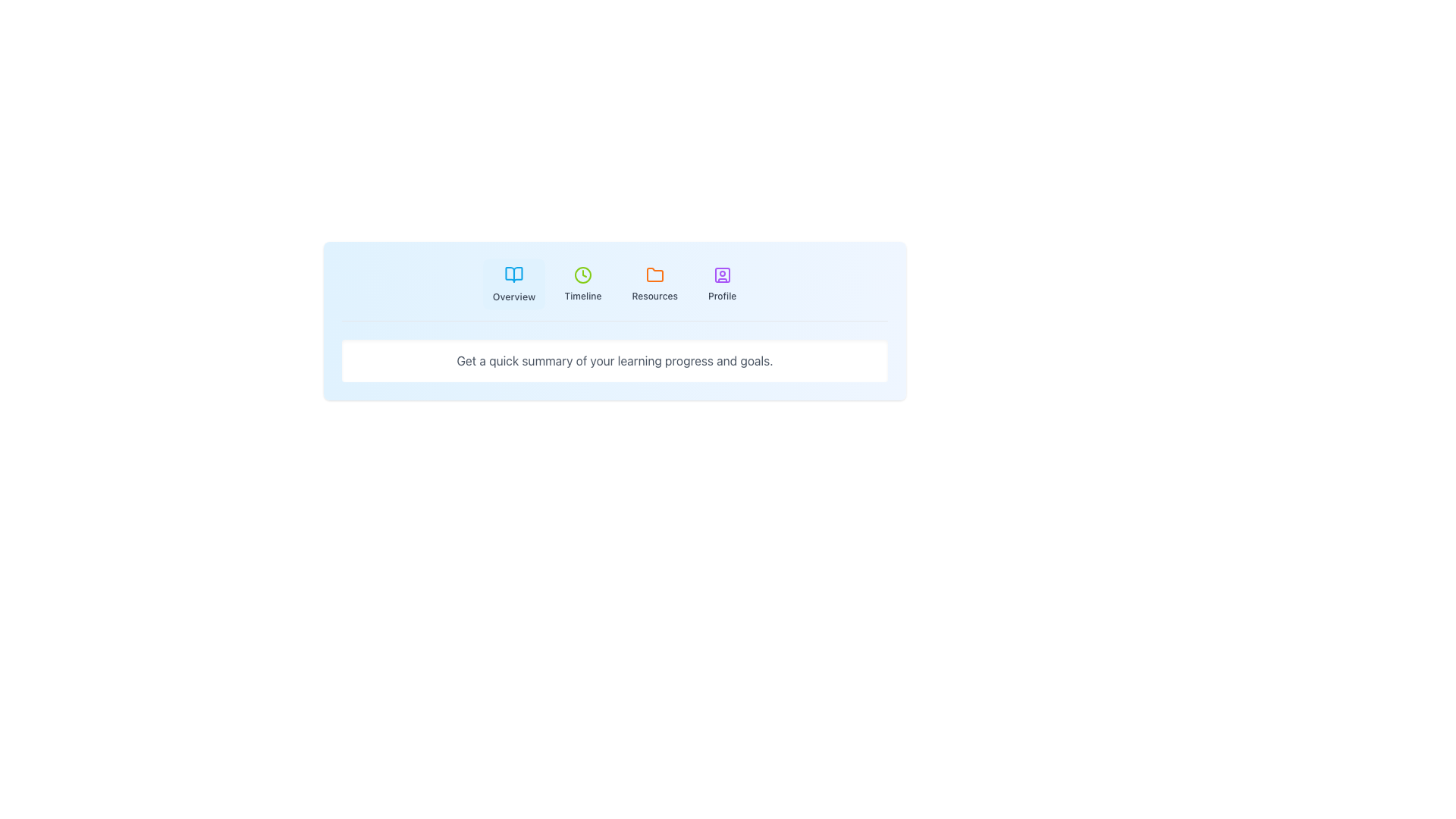 The width and height of the screenshot is (1456, 819). I want to click on the text label 'Overview' in the navigation menu, so click(513, 297).